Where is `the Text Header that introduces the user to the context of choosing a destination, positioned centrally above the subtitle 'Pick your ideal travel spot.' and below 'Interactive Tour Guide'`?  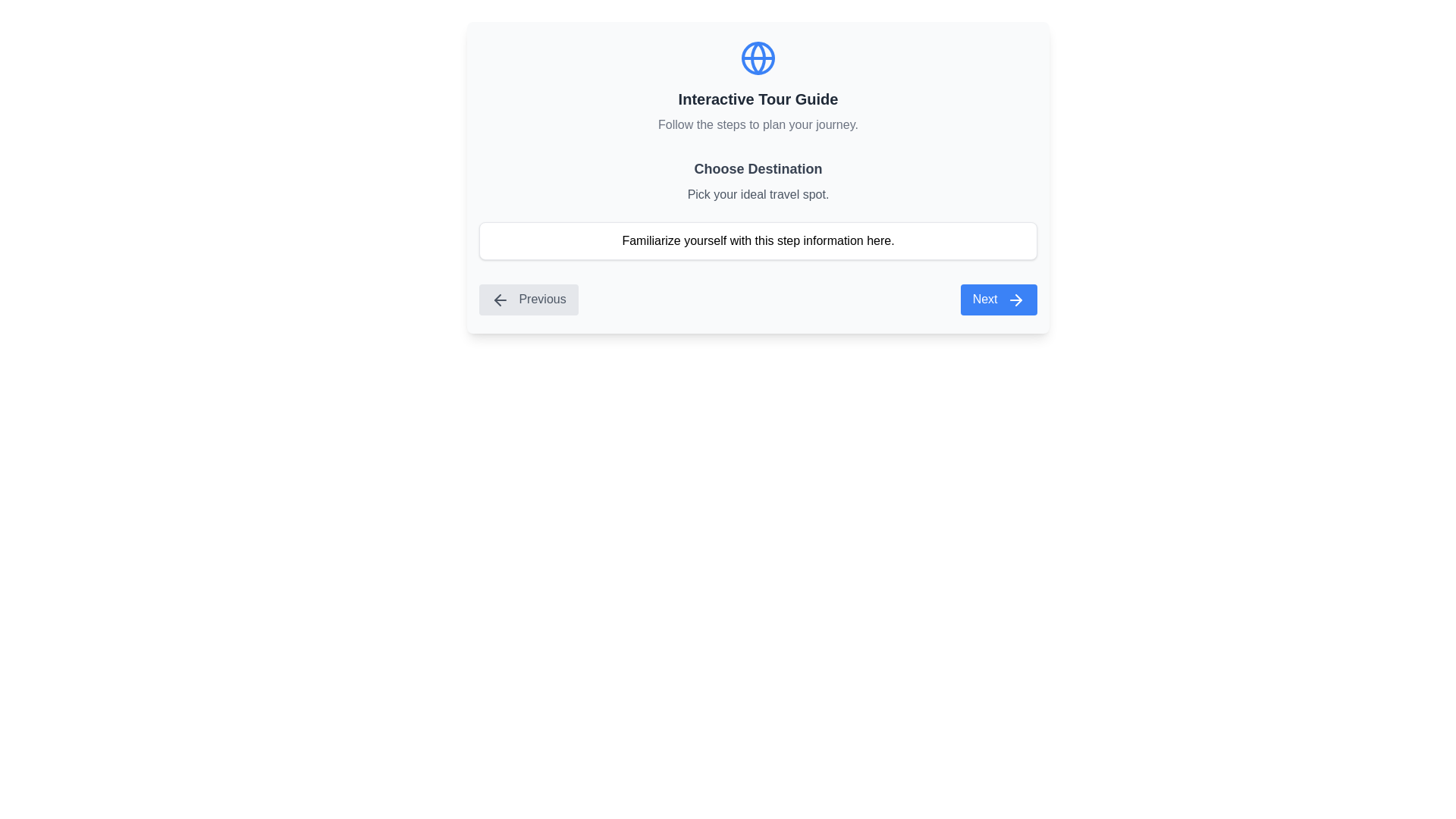 the Text Header that introduces the user to the context of choosing a destination, positioned centrally above the subtitle 'Pick your ideal travel spot.' and below 'Interactive Tour Guide' is located at coordinates (758, 169).